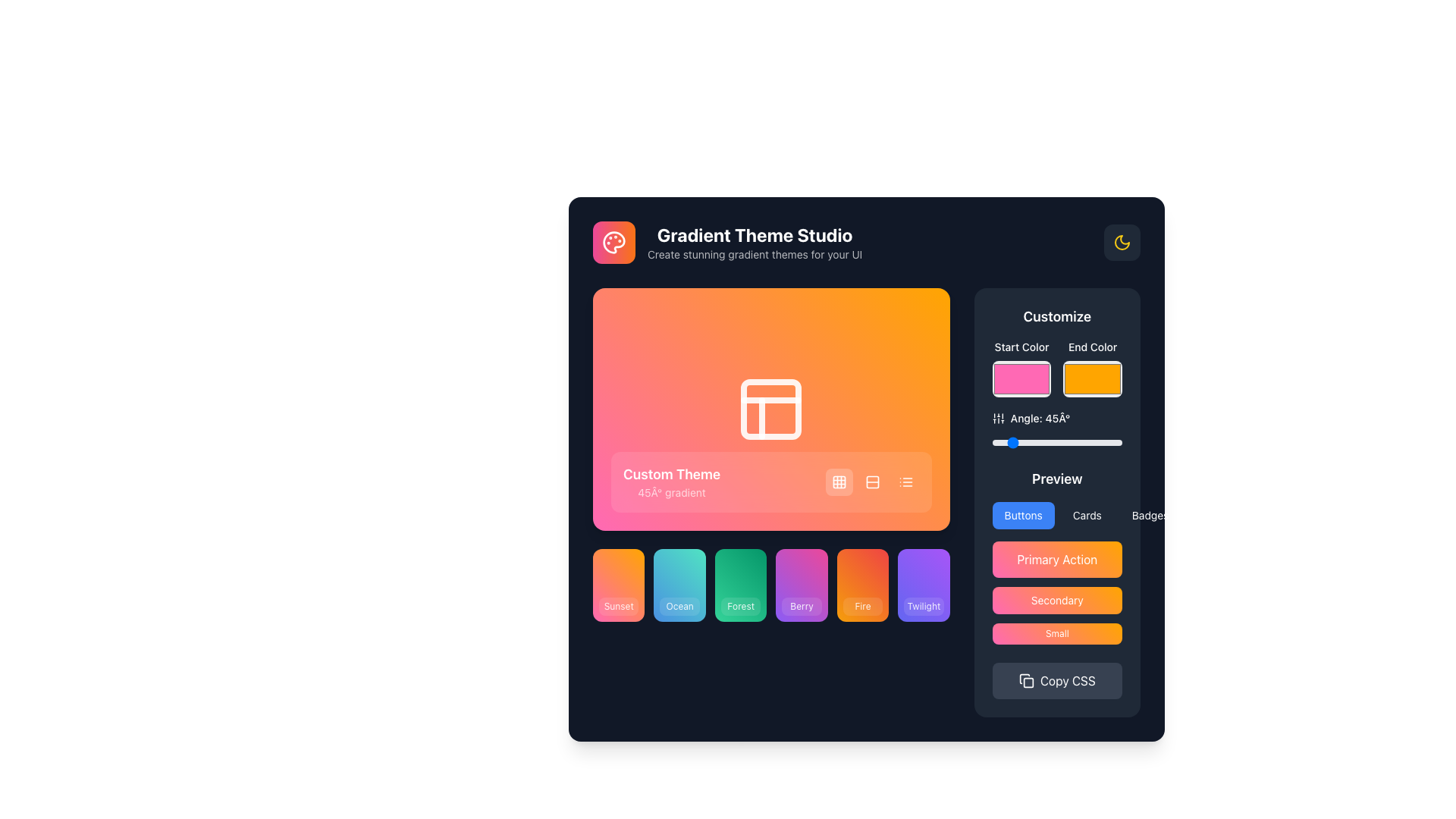  Describe the element at coordinates (905, 482) in the screenshot. I see `the third interactive button with a list icon located at the bottom right of the color theme preview box` at that location.